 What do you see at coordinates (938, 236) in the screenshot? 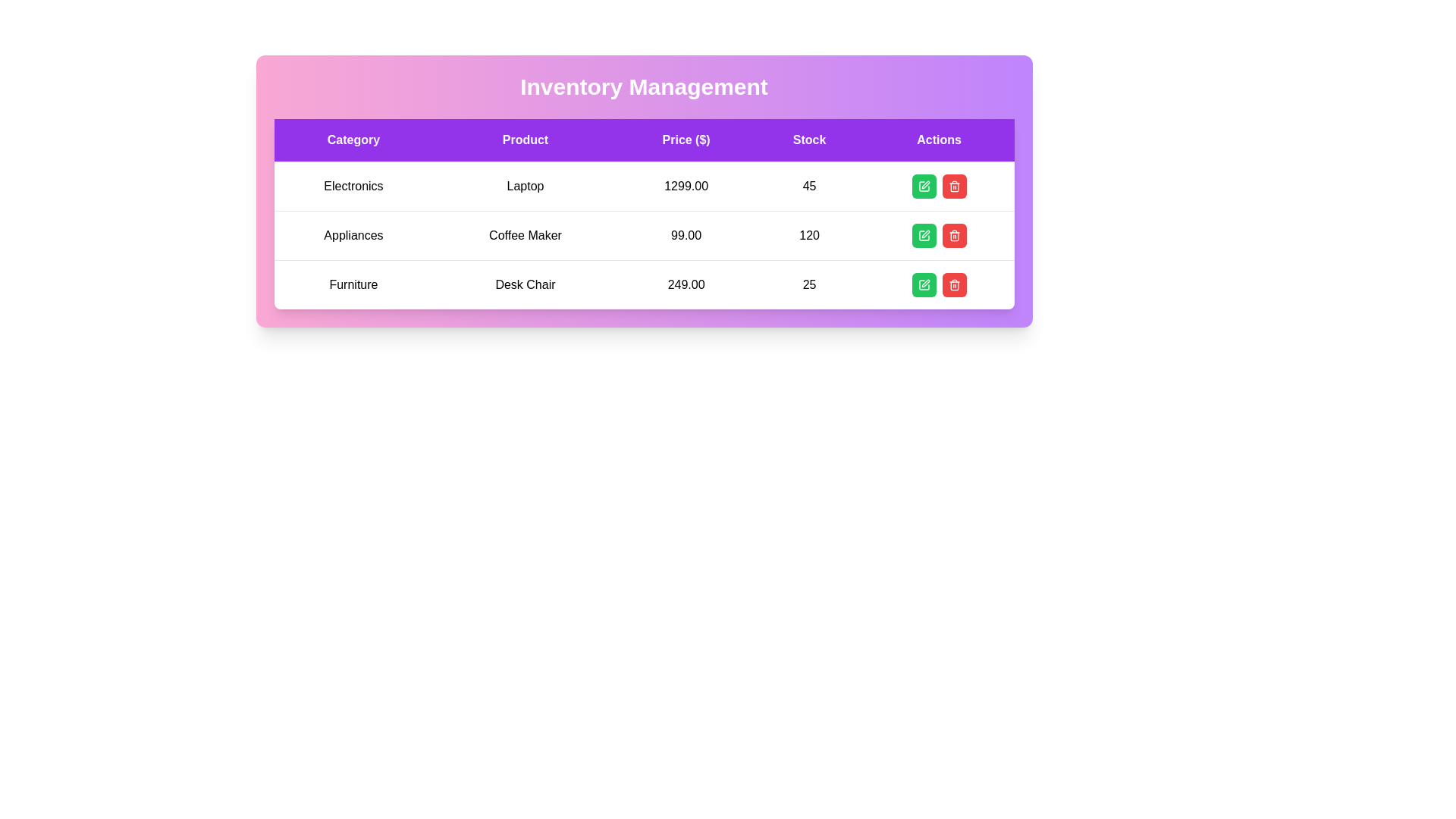
I see `the button in the 'Actions' column for the 'Coffee Maker' product` at bounding box center [938, 236].